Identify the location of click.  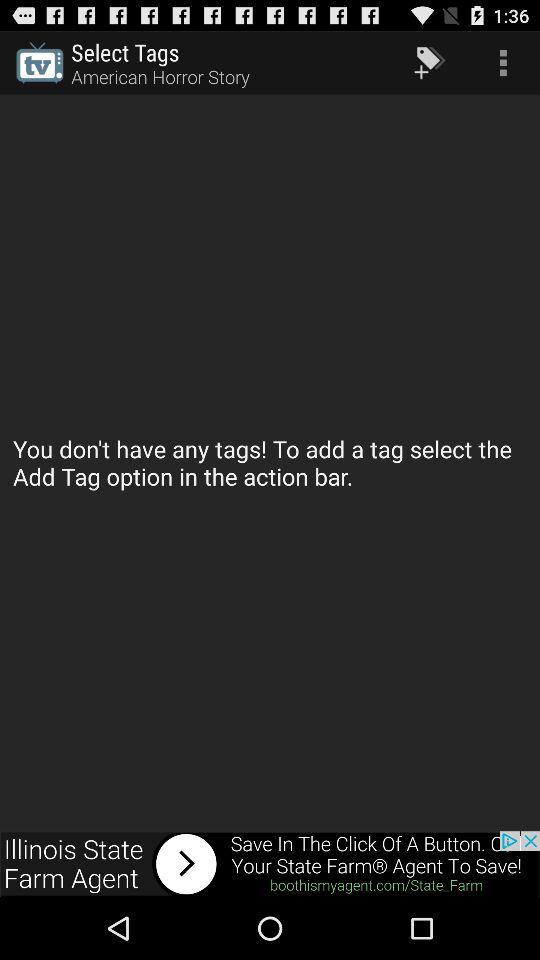
(270, 863).